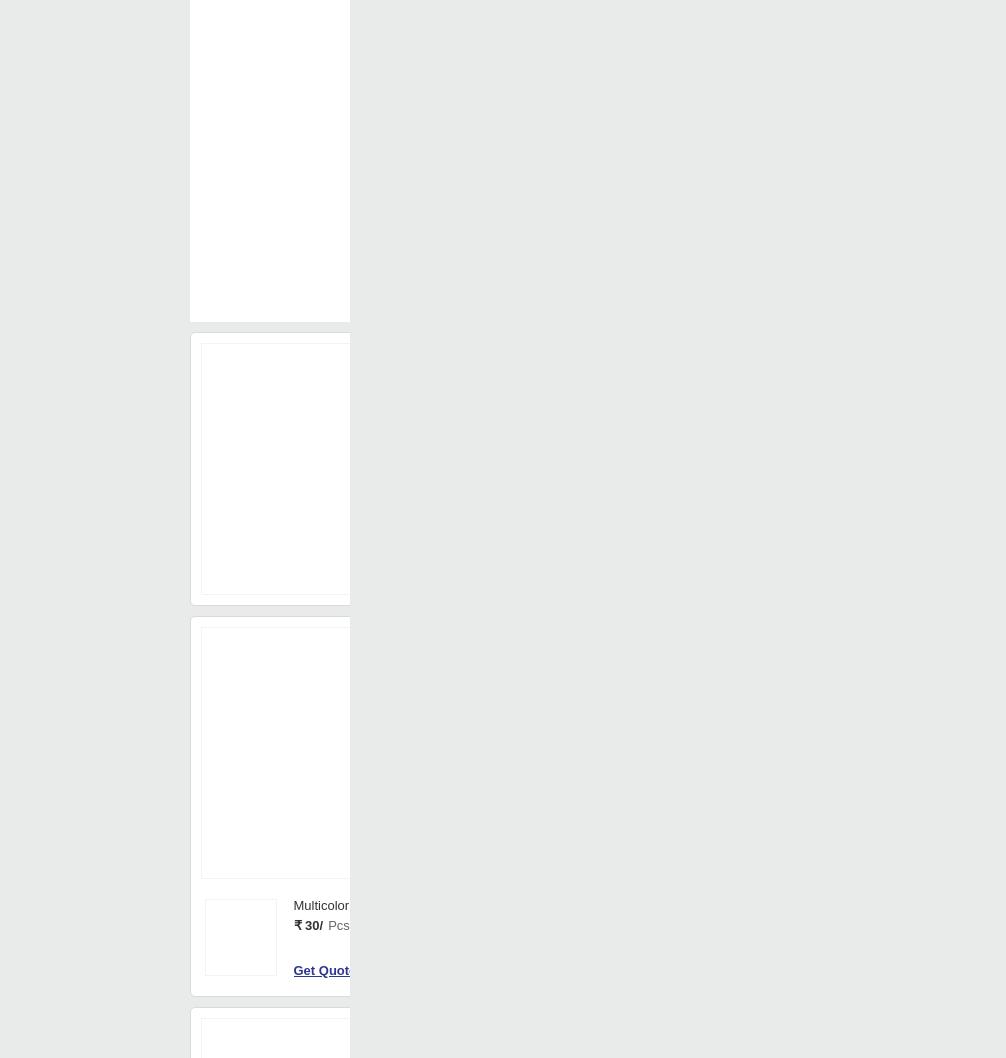 This screenshot has width=1006, height=1058. I want to click on 'Round Acrylic Lit Flange, 4 - 6 Inches, Size: 18x18 Inches', so click(721, 636).